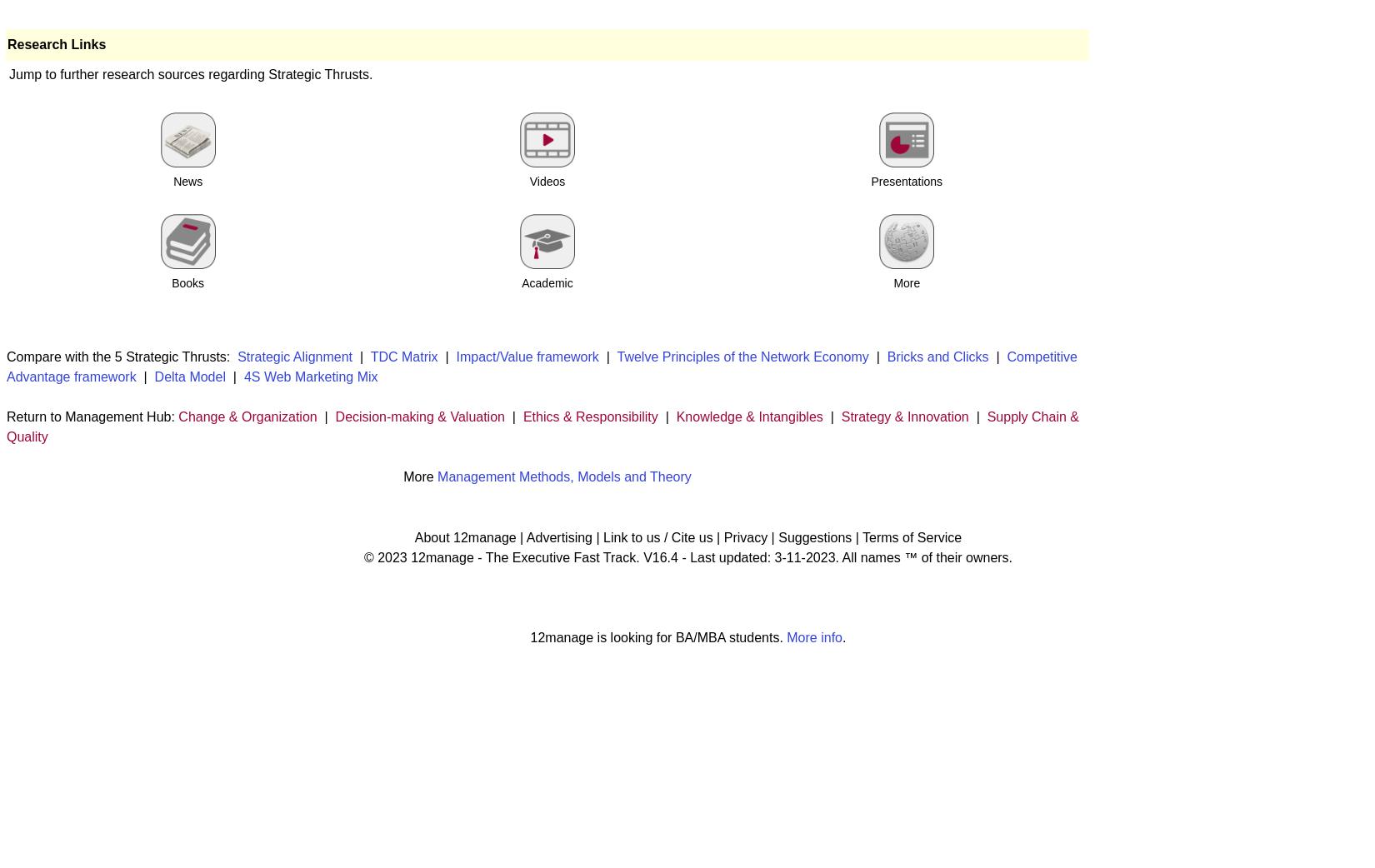 This screenshot has height=868, width=1375. I want to click on 'News', so click(187, 180).